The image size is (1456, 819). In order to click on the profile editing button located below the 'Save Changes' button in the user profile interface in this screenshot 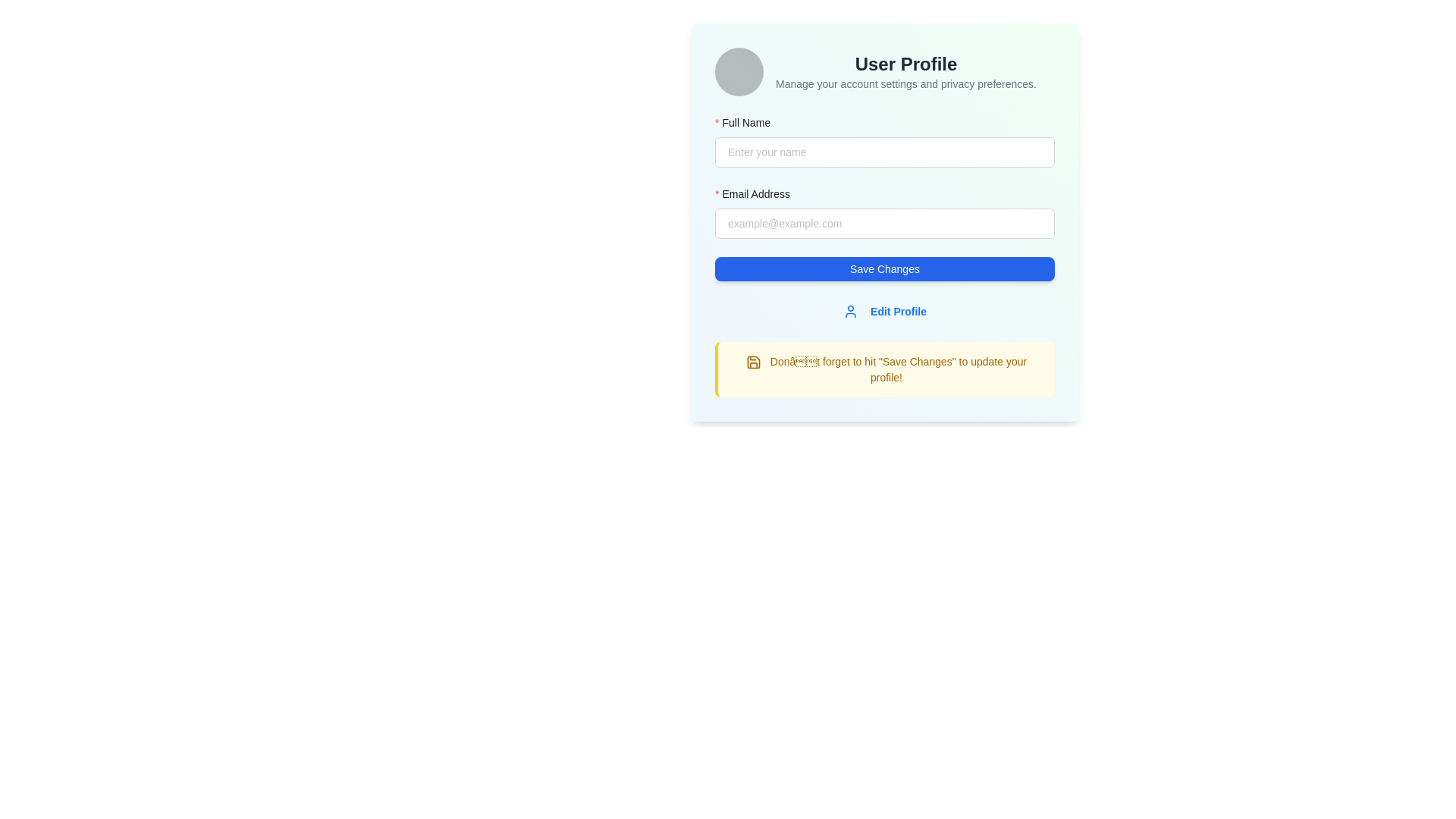, I will do `click(884, 311)`.